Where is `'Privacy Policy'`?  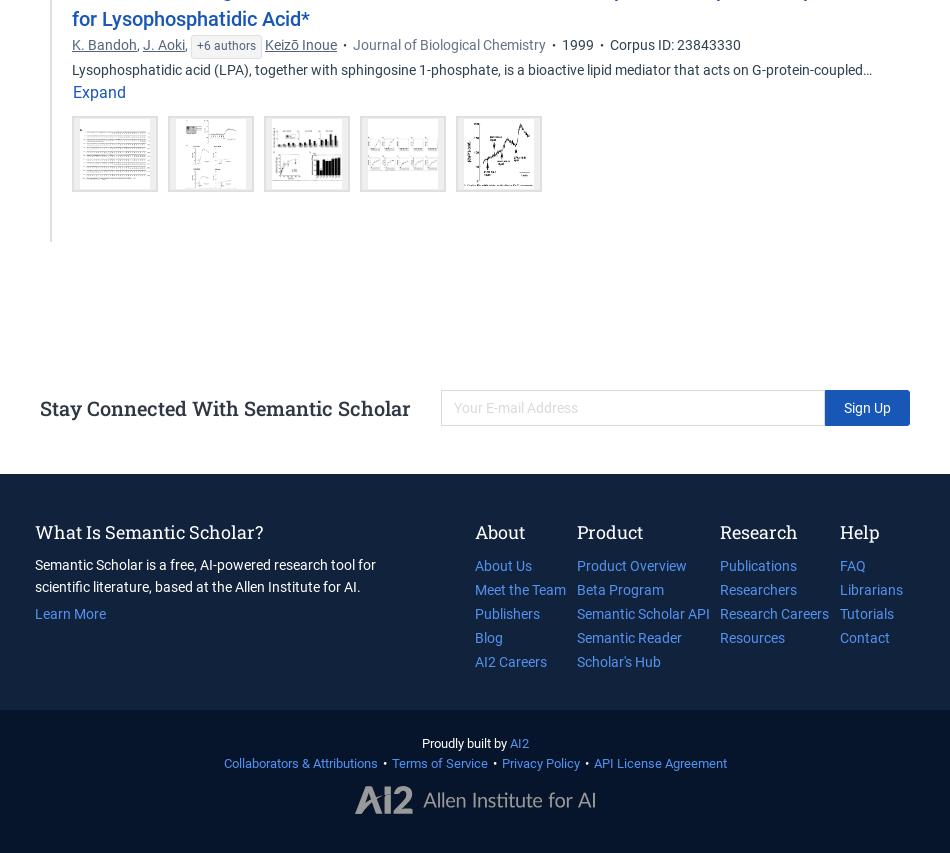
'Privacy Policy' is located at coordinates (539, 763).